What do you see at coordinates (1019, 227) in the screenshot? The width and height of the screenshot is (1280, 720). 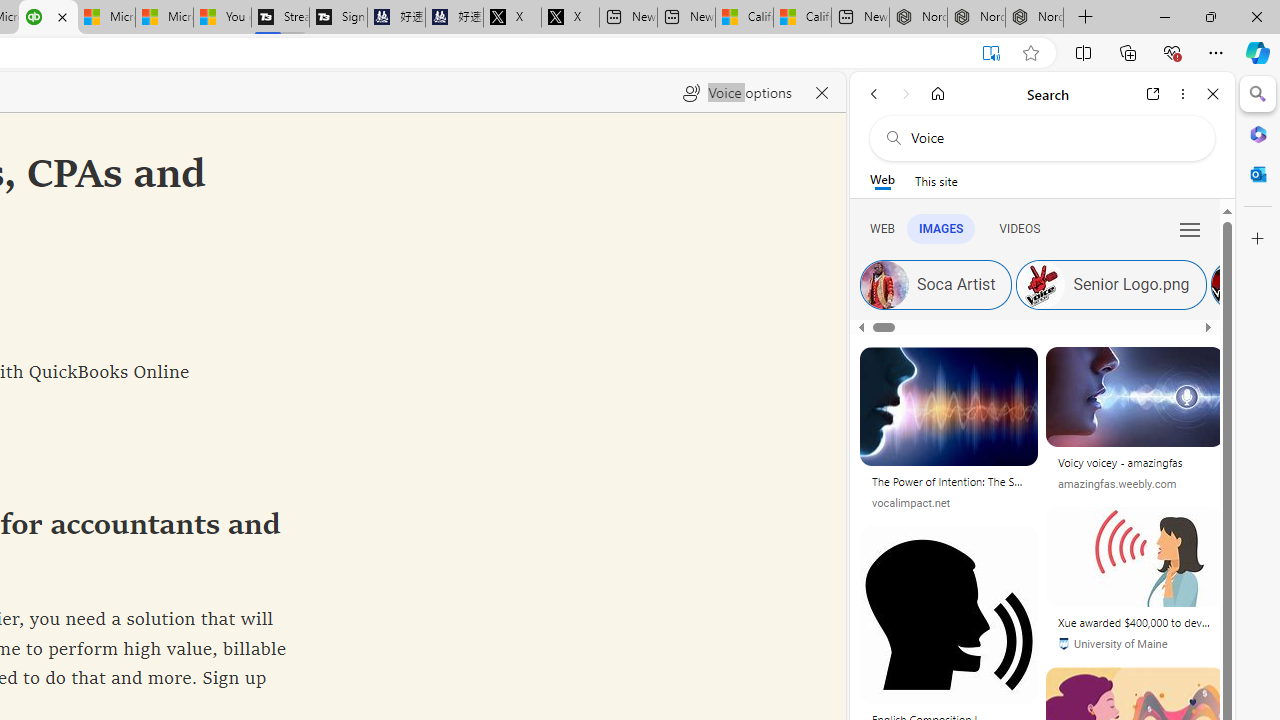 I see `'VIDEOS'` at bounding box center [1019, 227].